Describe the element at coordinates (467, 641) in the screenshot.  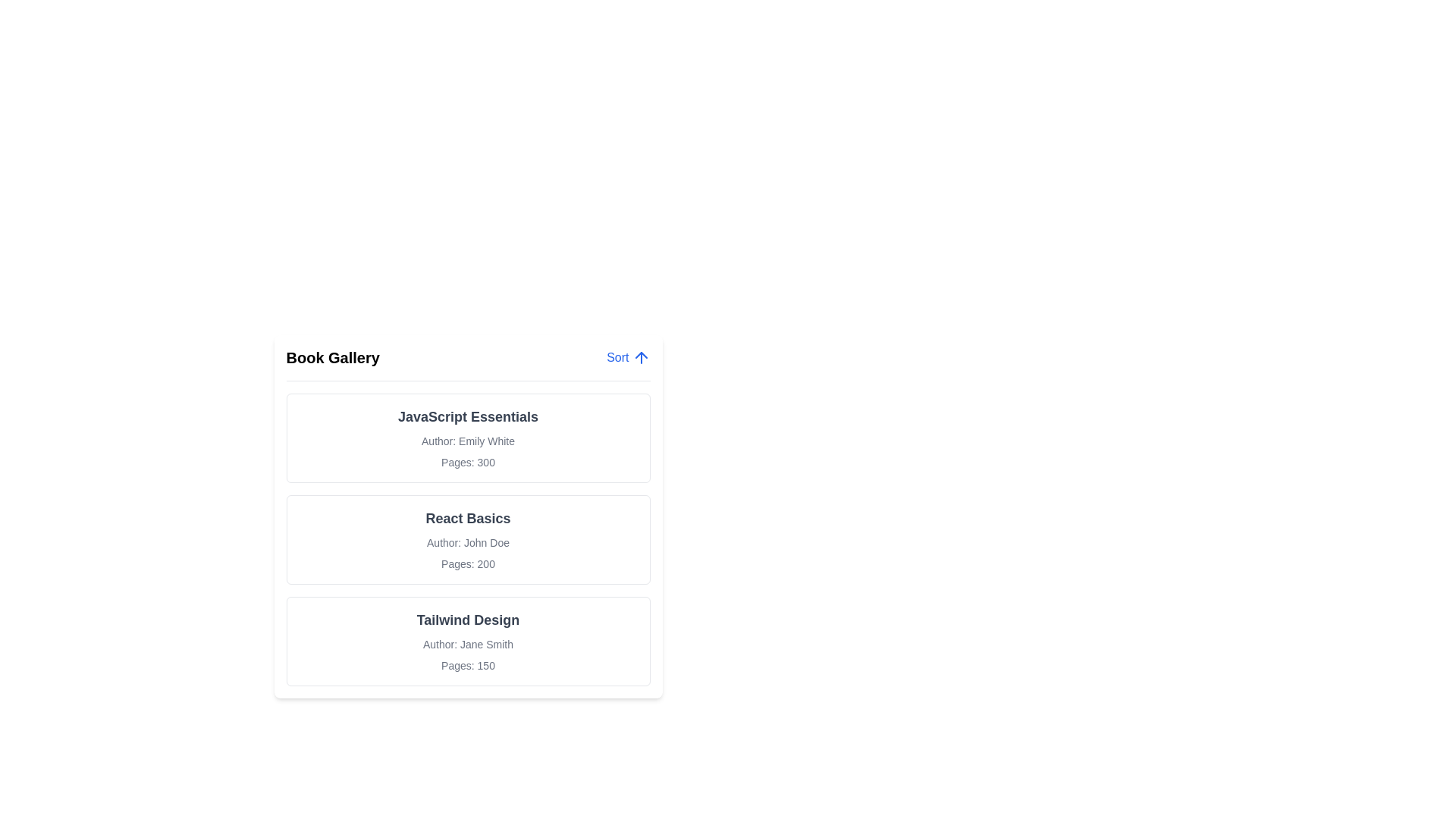
I see `on the Information Card displaying details about a specific book, positioned as the third card in the Book Gallery` at that location.